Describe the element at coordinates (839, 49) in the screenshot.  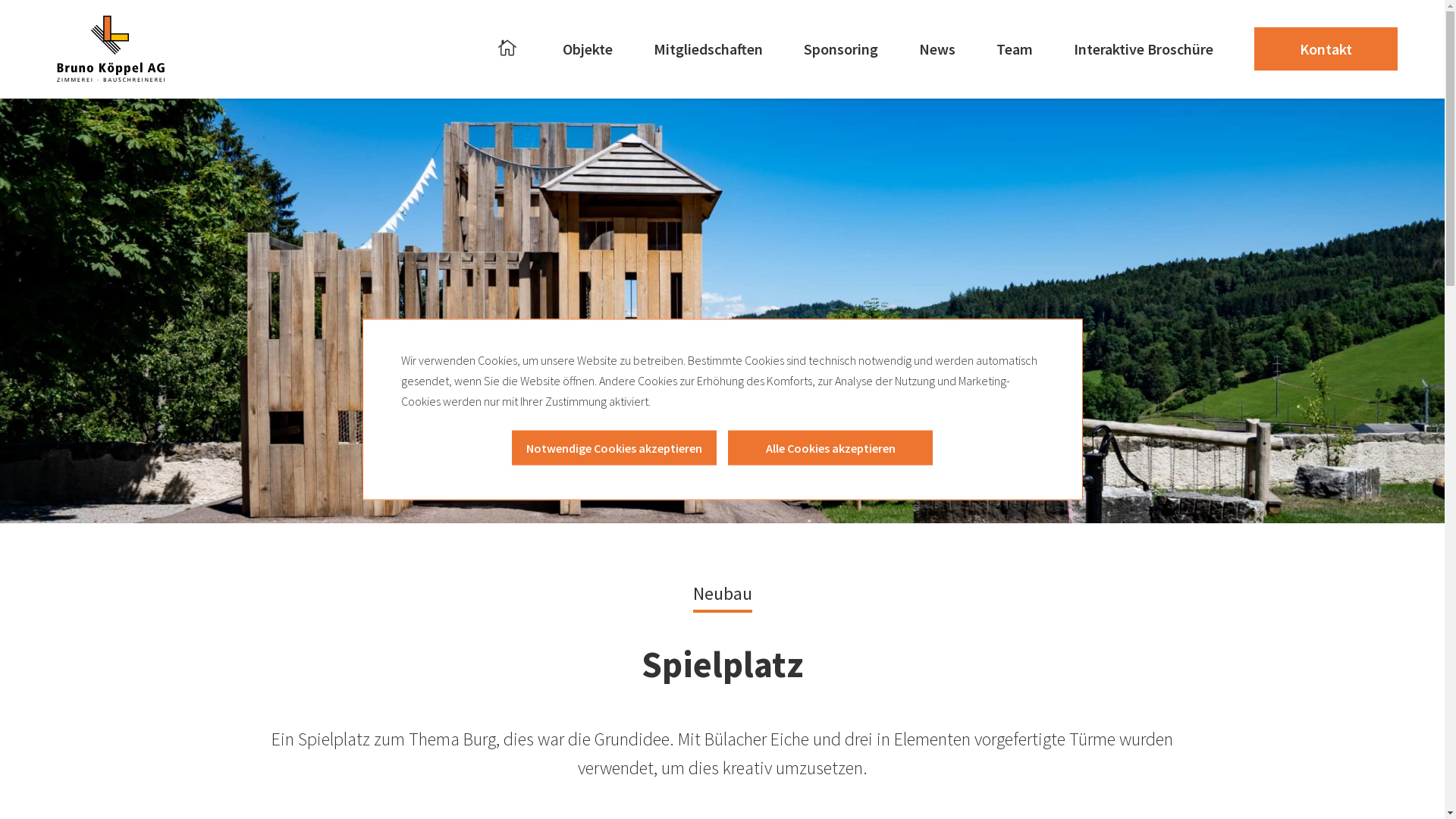
I see `'Sponsoring'` at that location.